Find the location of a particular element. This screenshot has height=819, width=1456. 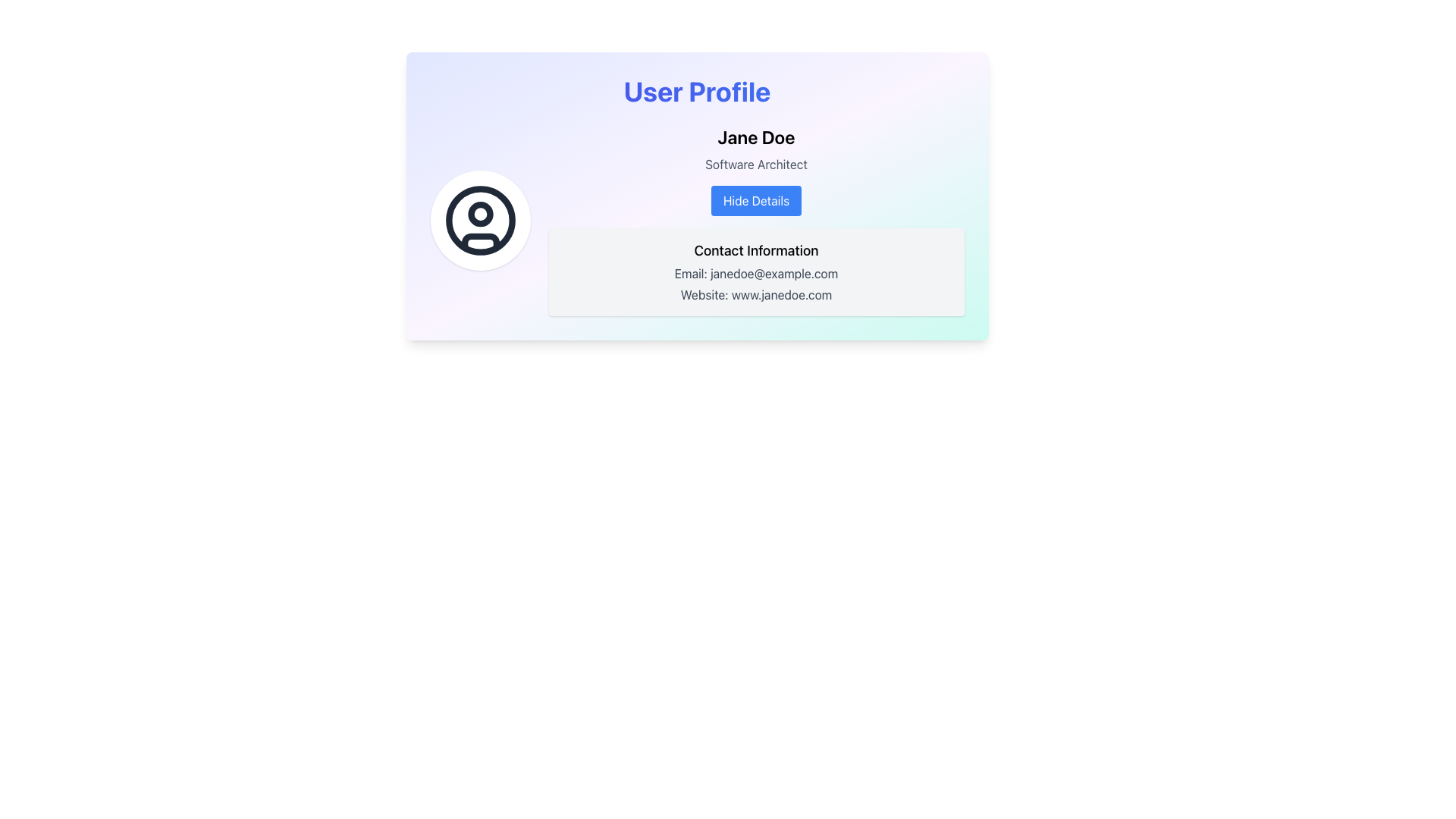

the Text label indicating the professional title or role of the person whose profile is being viewed, located beneath the 'Jane Doe' heading and above the 'Hide Details' button is located at coordinates (756, 164).